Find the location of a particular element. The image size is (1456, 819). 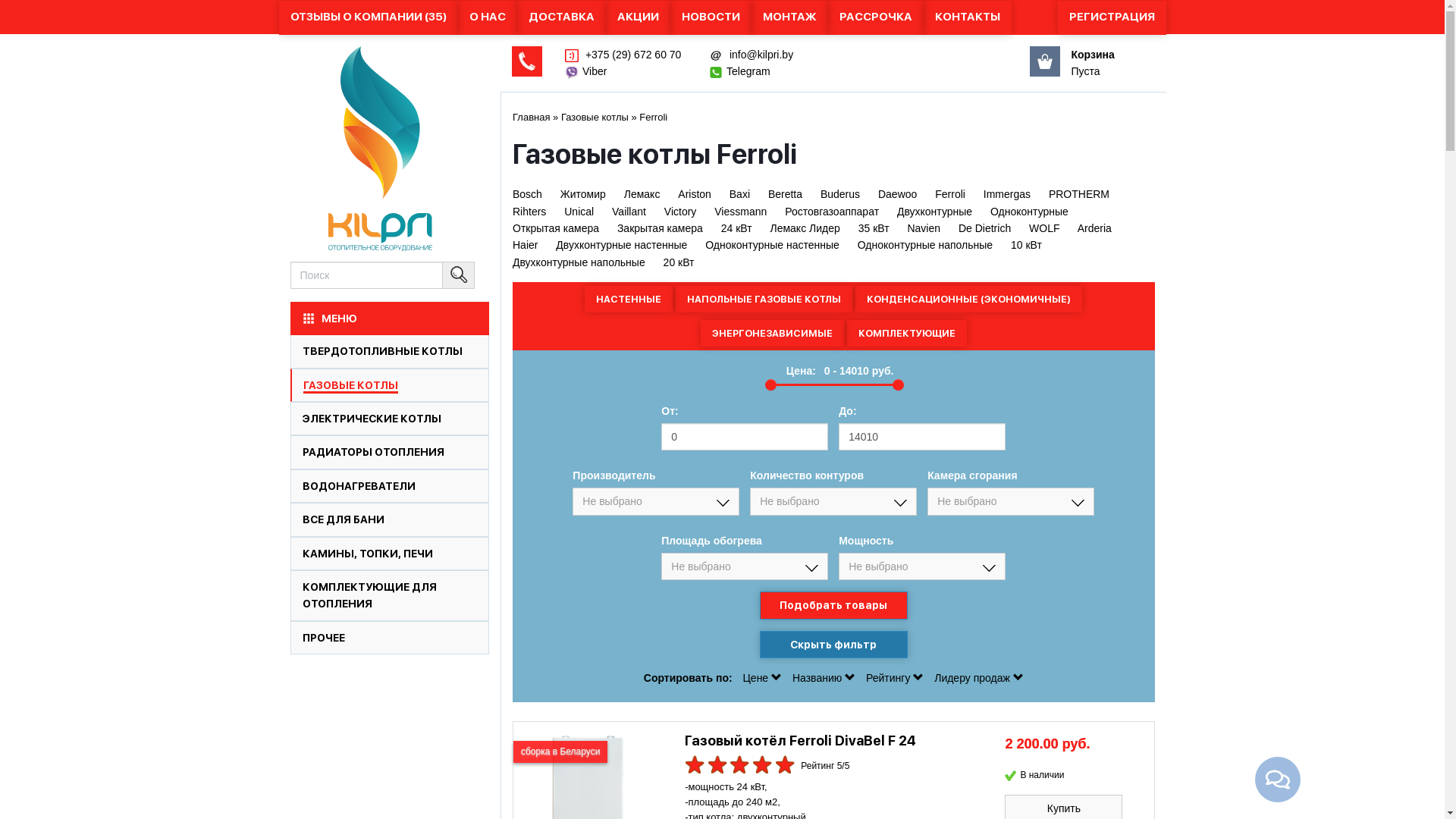

'Viber' is located at coordinates (593, 71).